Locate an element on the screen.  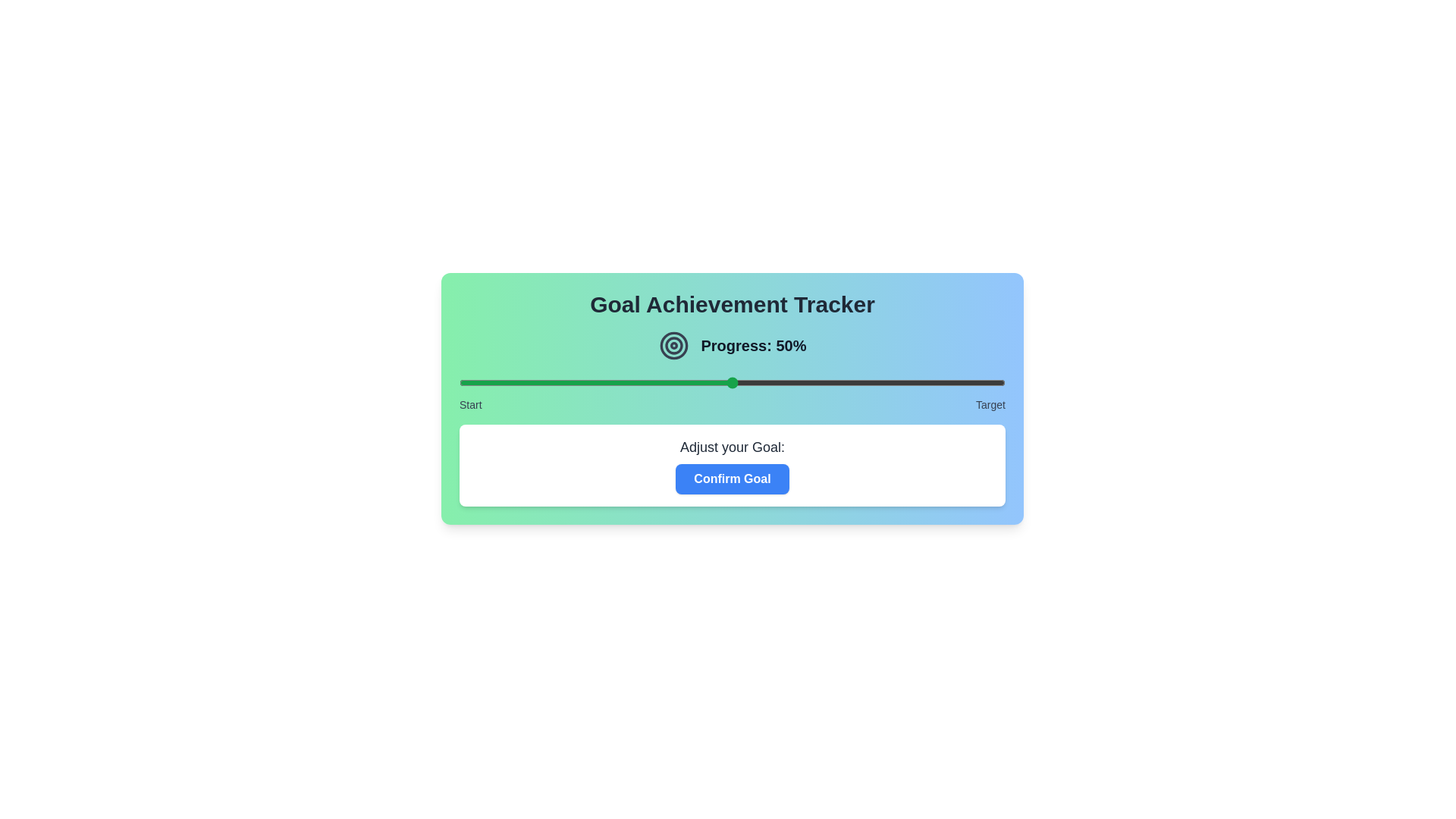
the slider to set the goal to 41% is located at coordinates (682, 382).